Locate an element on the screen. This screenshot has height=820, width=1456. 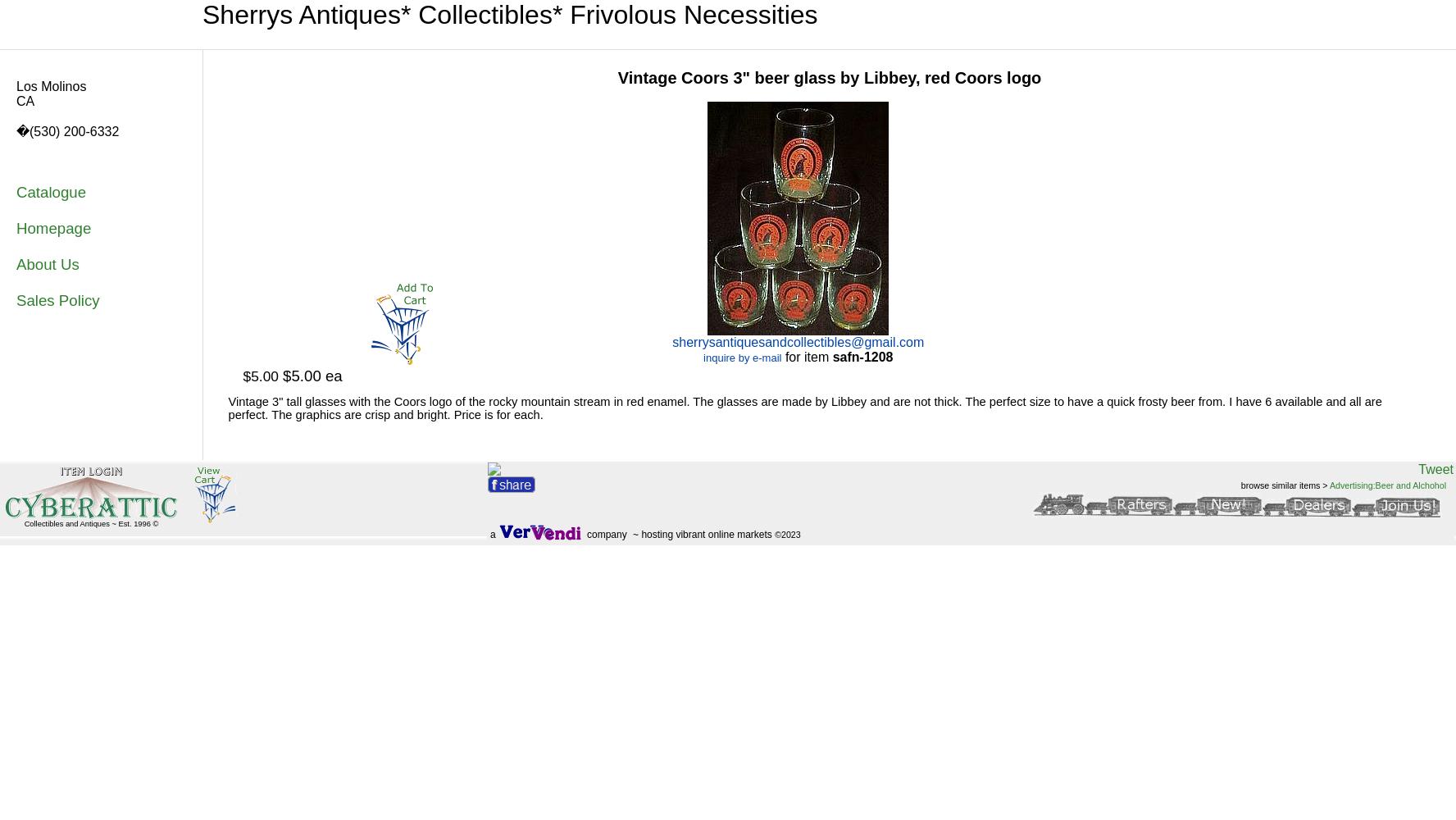
'browse similar items >' is located at coordinates (1284, 485).